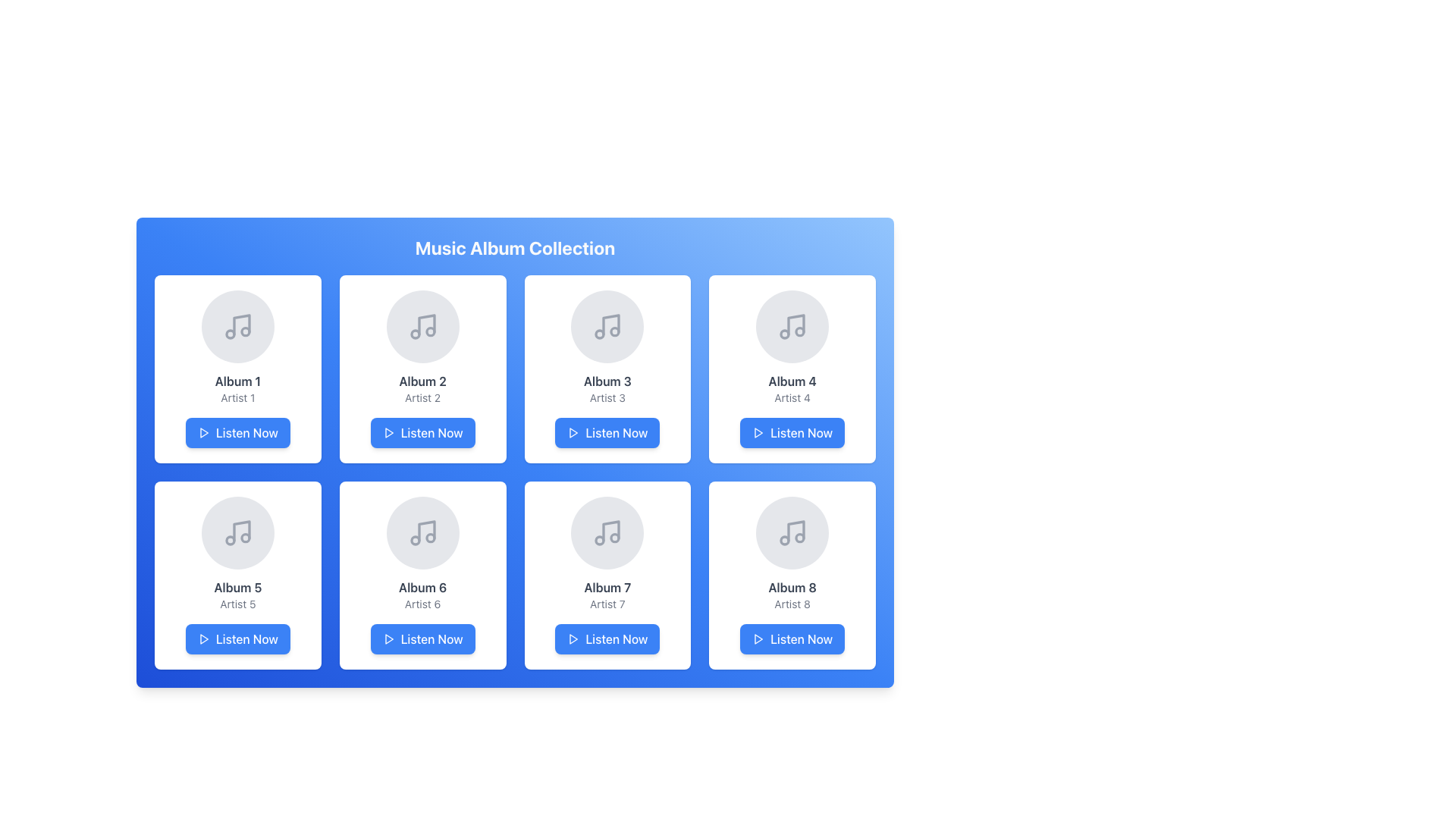 This screenshot has width=1456, height=819. I want to click on the music icon located within the circular region of the 'Album 8' card in the bottom-right corner of the album collection interface, so click(792, 532).